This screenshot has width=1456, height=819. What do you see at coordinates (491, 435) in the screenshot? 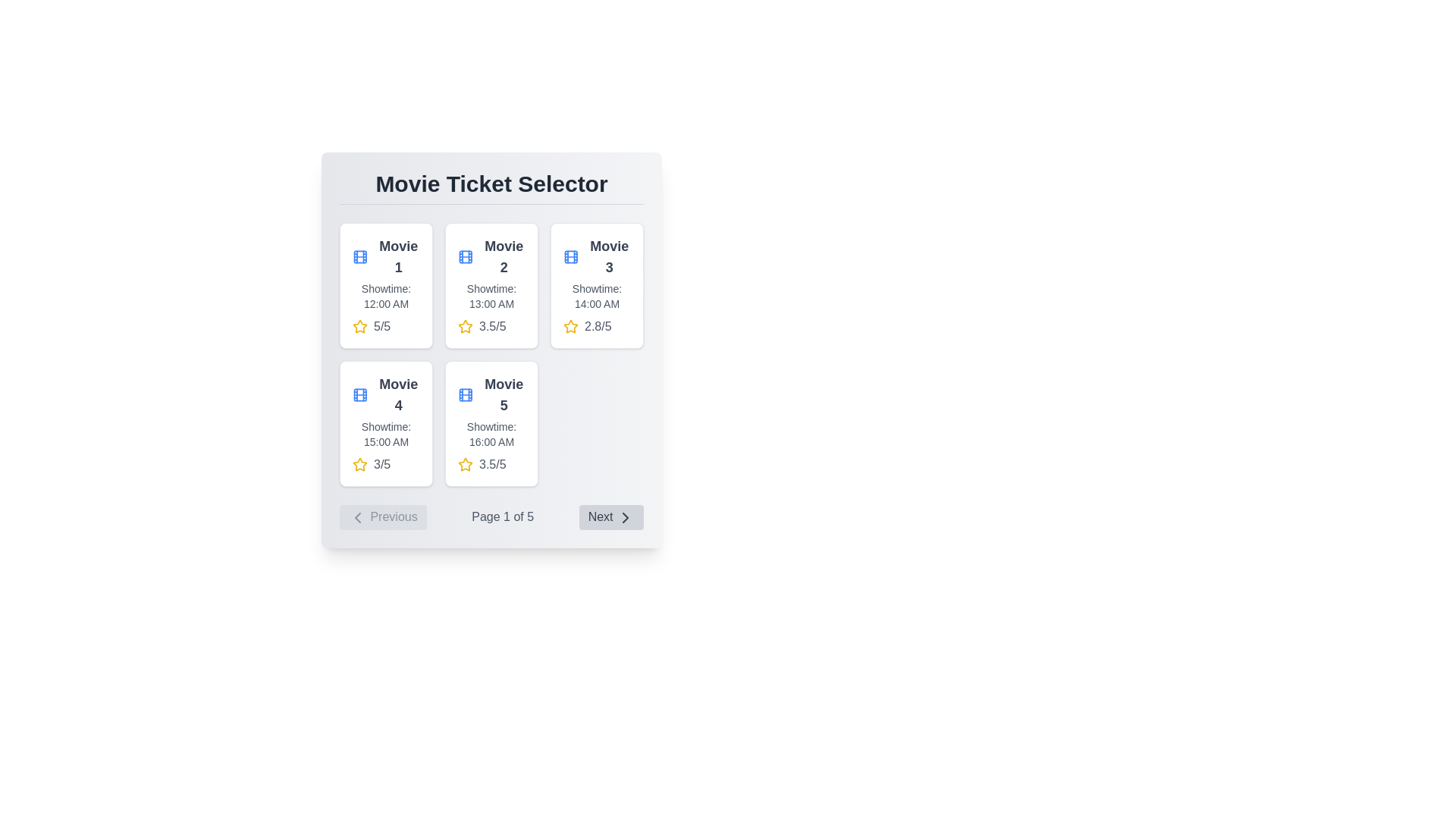
I see `the text display showing 'Showtime: 16:00 AM', which is styled with a small gray font and located below the title 'Movie 5' in the card` at bounding box center [491, 435].